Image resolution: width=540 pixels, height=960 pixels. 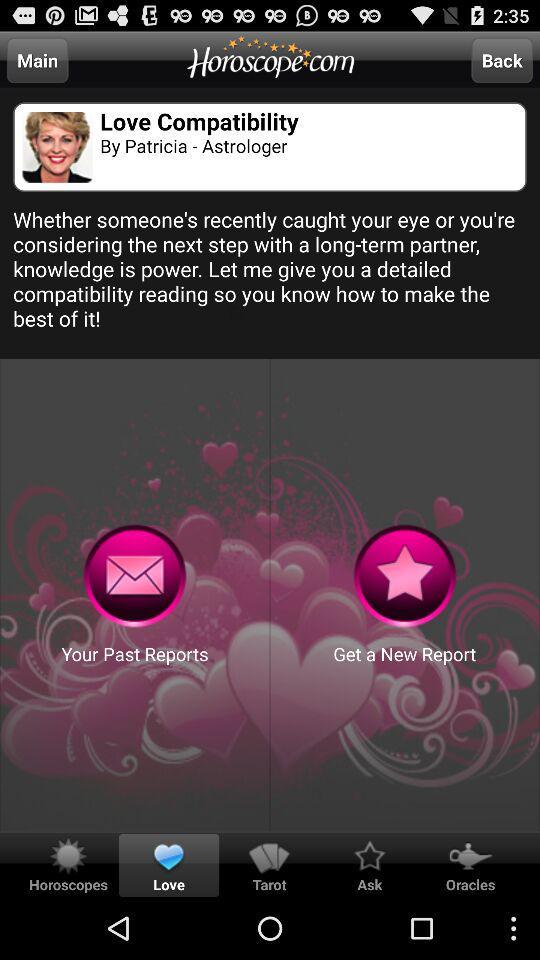 What do you see at coordinates (405, 576) in the screenshot?
I see `menu buttons` at bounding box center [405, 576].